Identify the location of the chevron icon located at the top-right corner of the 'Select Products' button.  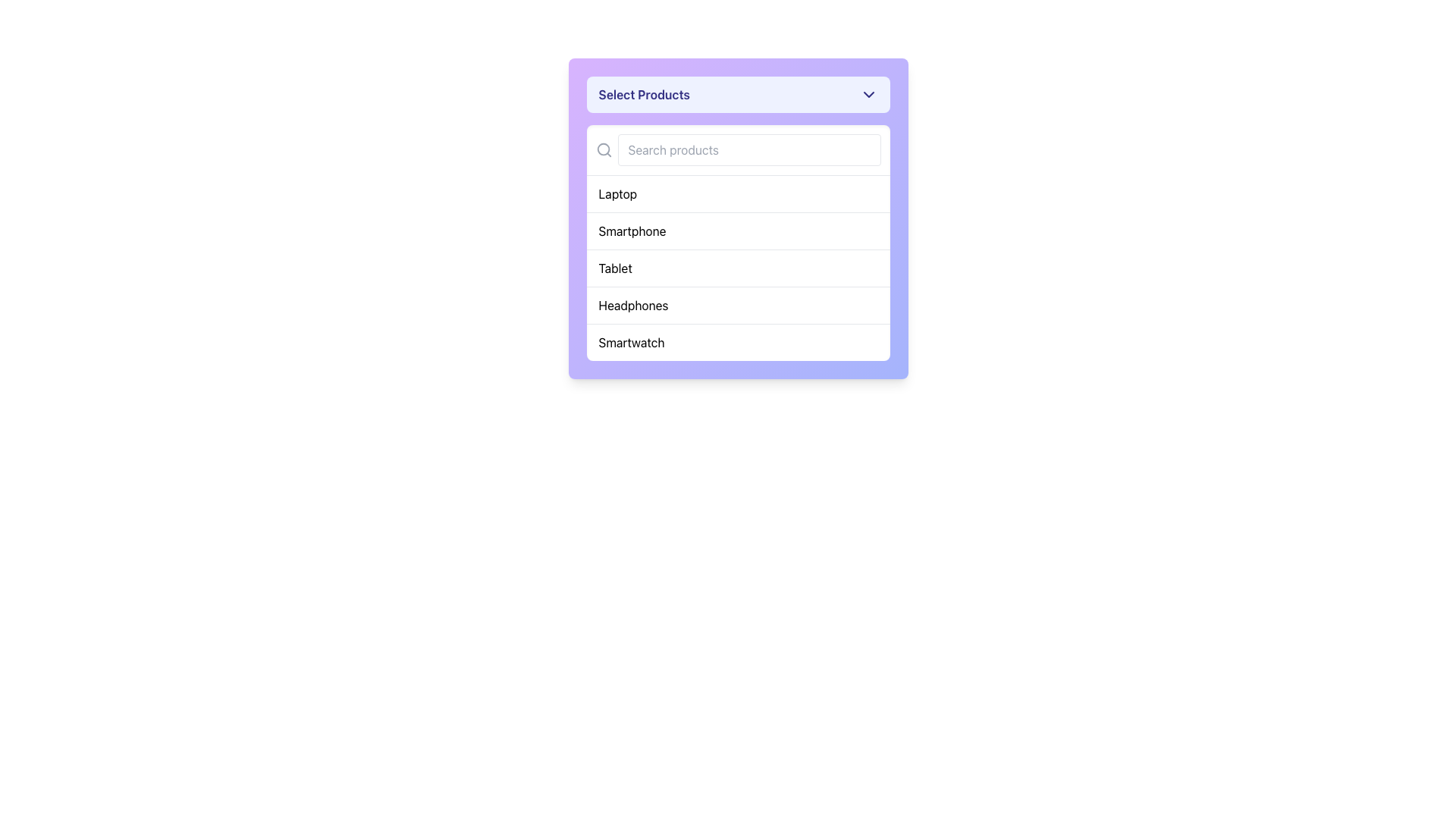
(868, 94).